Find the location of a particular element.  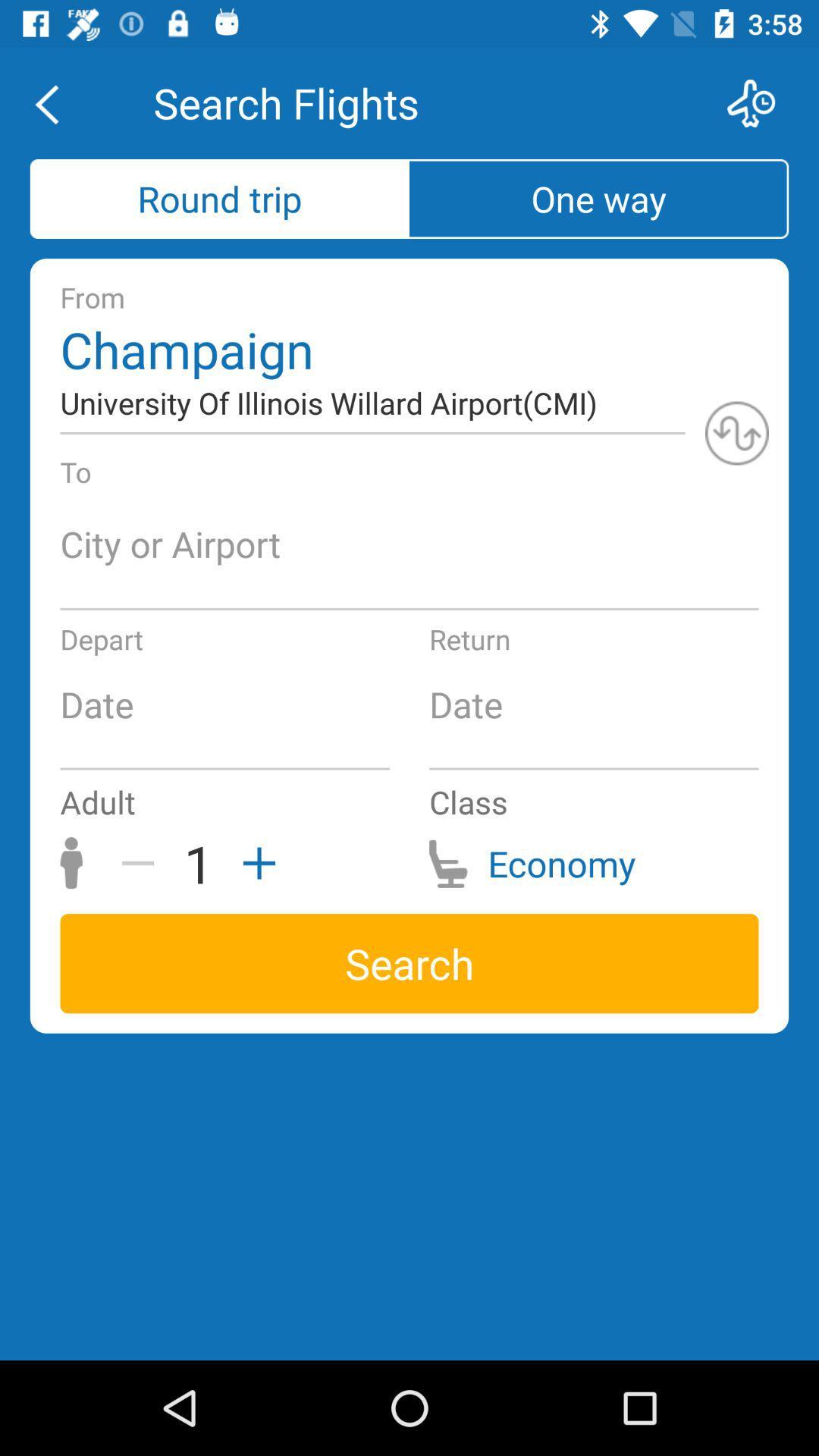

the item to the right of the 1 icon is located at coordinates (253, 863).